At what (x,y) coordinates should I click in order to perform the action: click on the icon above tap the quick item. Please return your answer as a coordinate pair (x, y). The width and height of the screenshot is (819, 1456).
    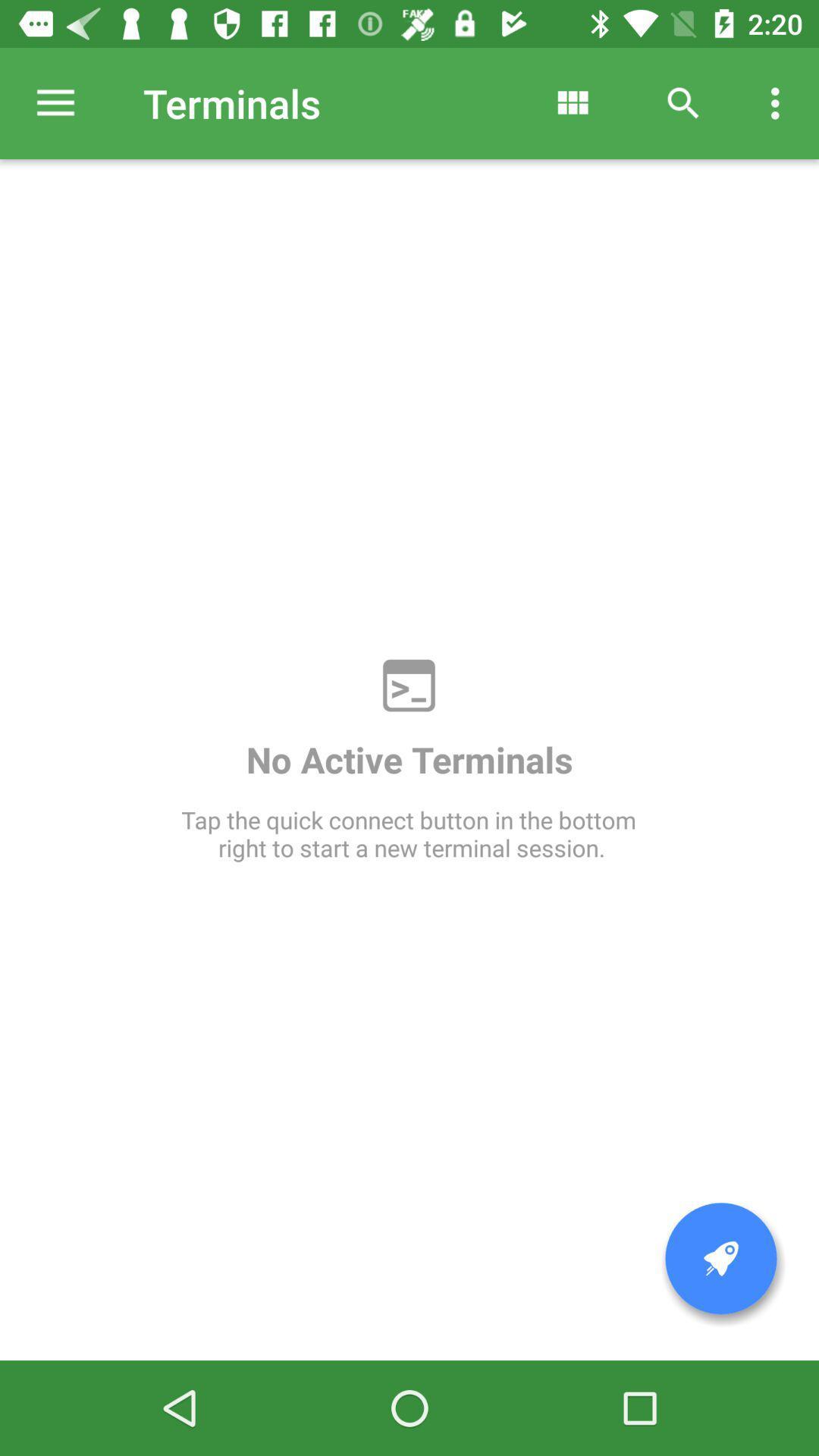
    Looking at the image, I should click on (683, 102).